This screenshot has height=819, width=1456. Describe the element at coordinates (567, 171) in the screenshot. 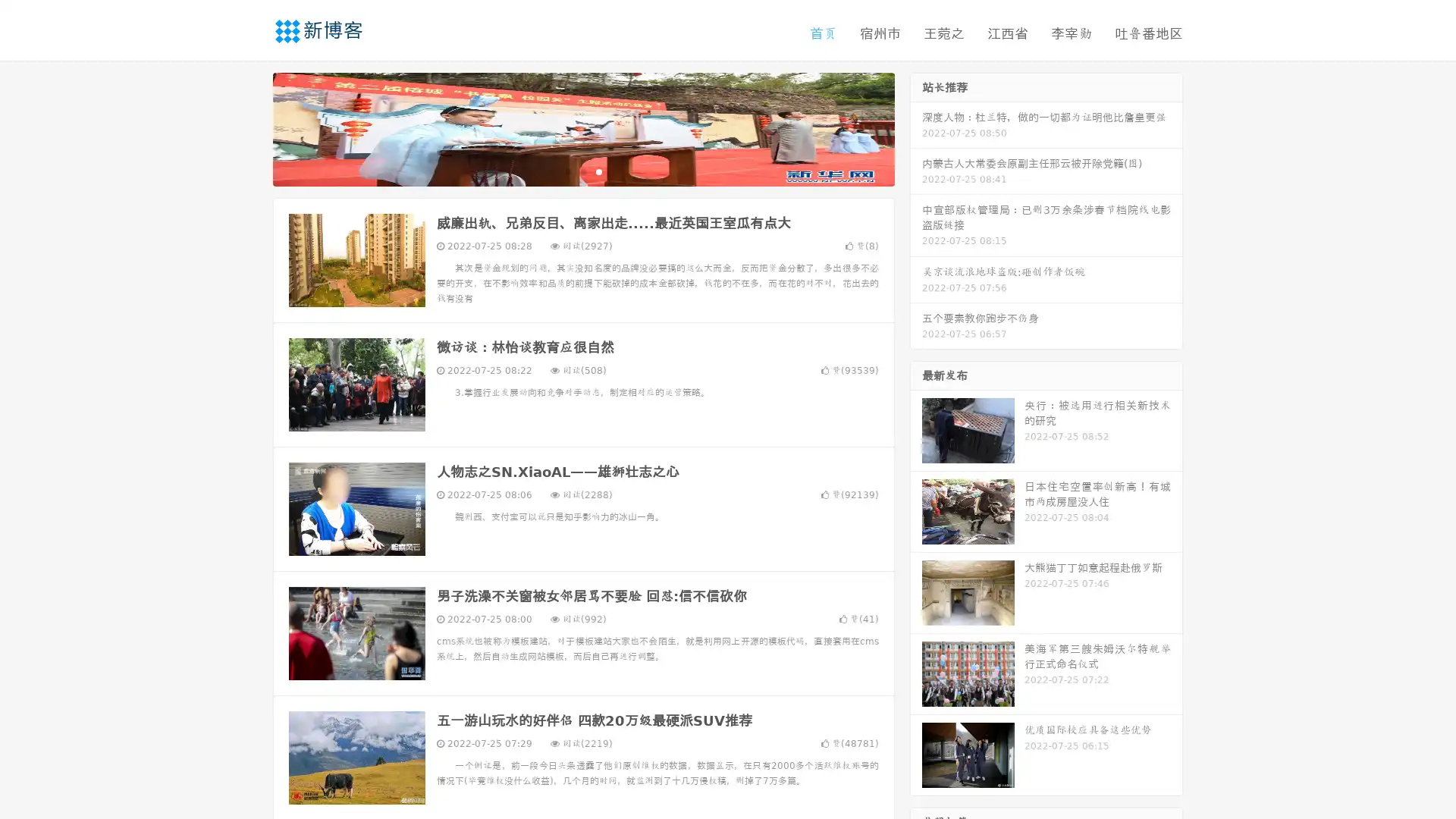

I see `Go to slide 1` at that location.